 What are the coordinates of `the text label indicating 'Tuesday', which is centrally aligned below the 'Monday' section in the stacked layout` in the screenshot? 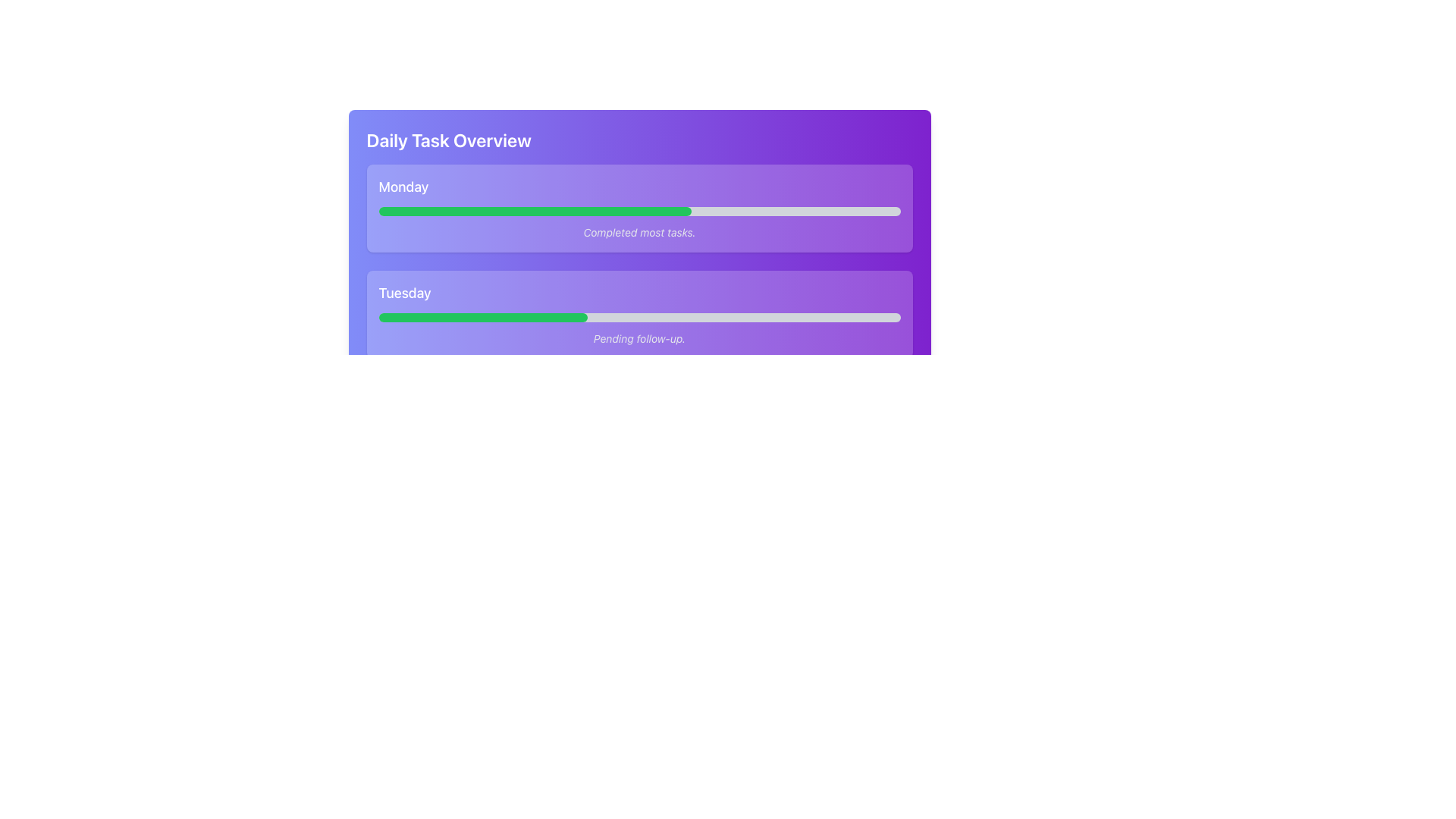 It's located at (405, 293).